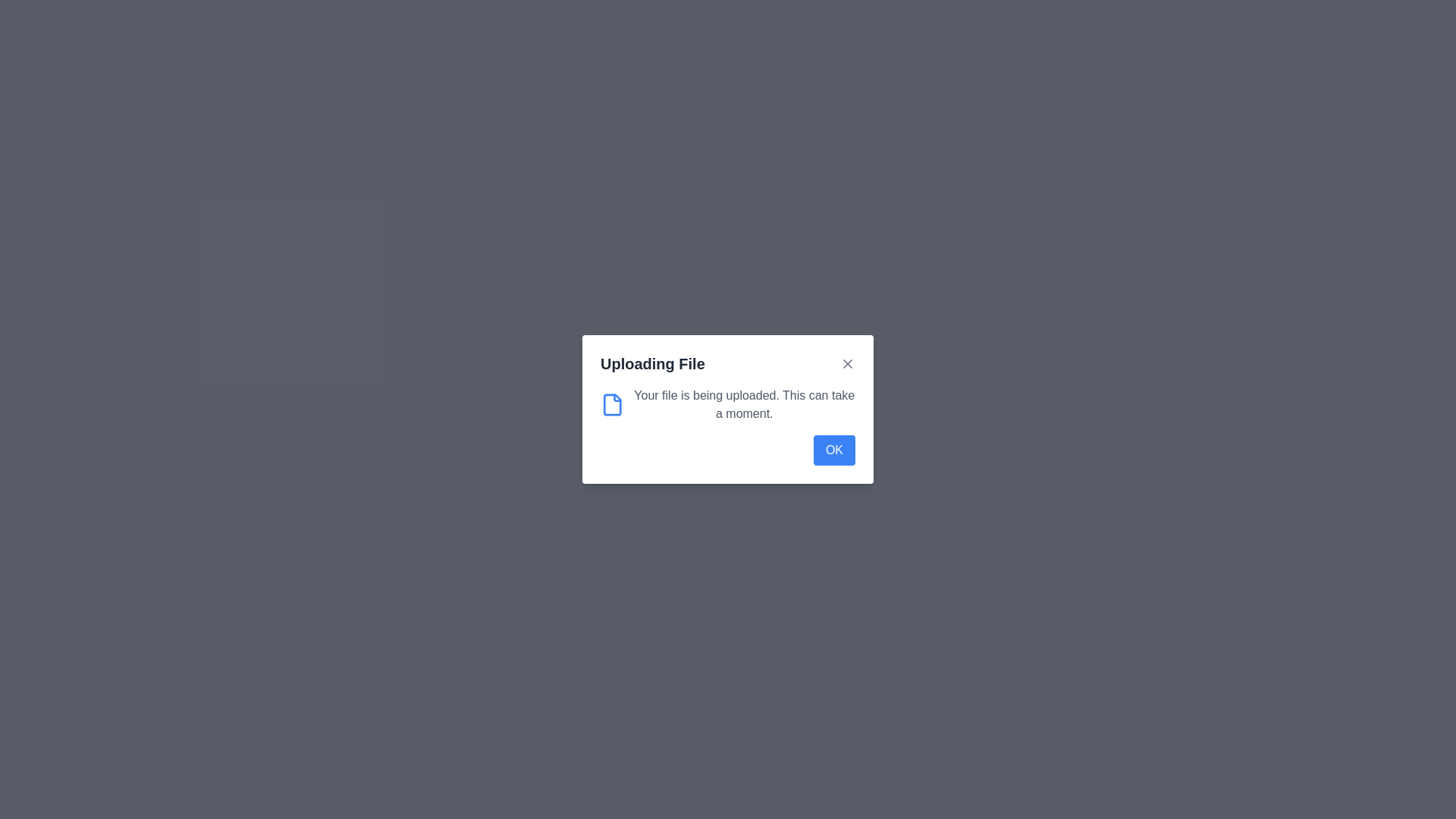 This screenshot has height=819, width=1456. Describe the element at coordinates (728, 403) in the screenshot. I see `information displayed in the Informational Block that states 'Your file is being uploaded. This can take a moment.' located beneath the title 'Uploading File.'` at that location.